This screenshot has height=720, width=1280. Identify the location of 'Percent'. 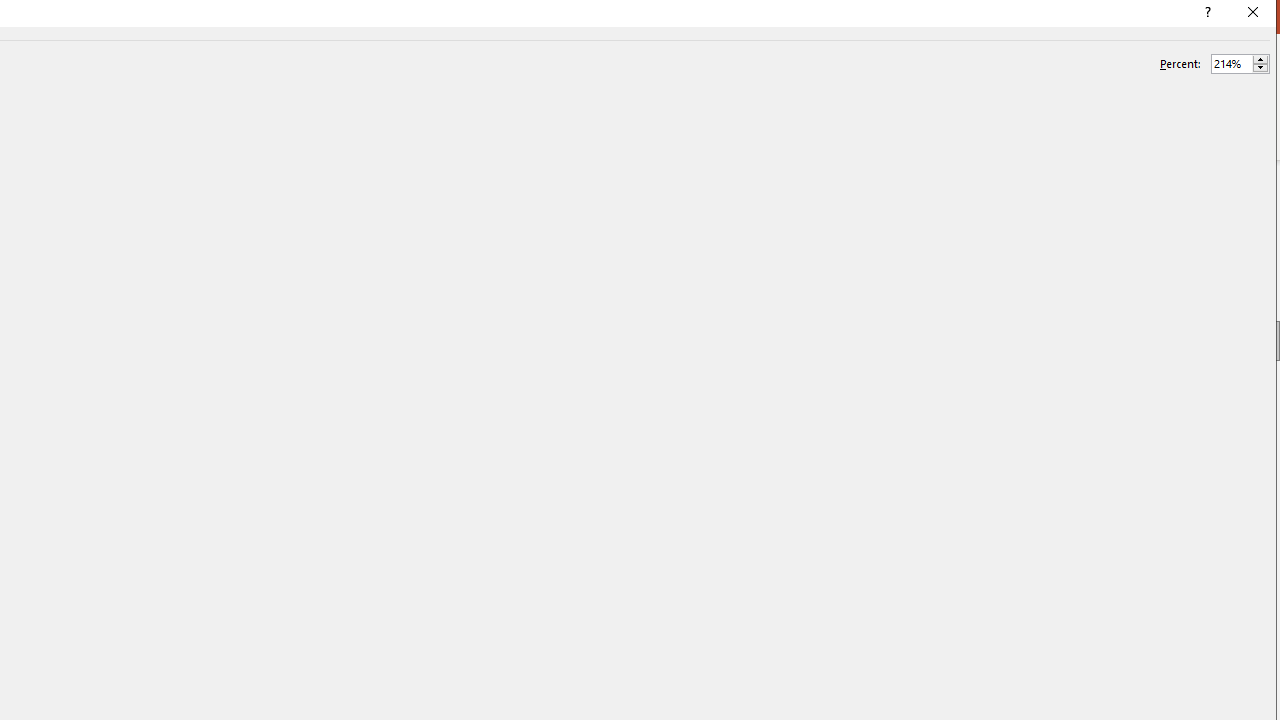
(1231, 62).